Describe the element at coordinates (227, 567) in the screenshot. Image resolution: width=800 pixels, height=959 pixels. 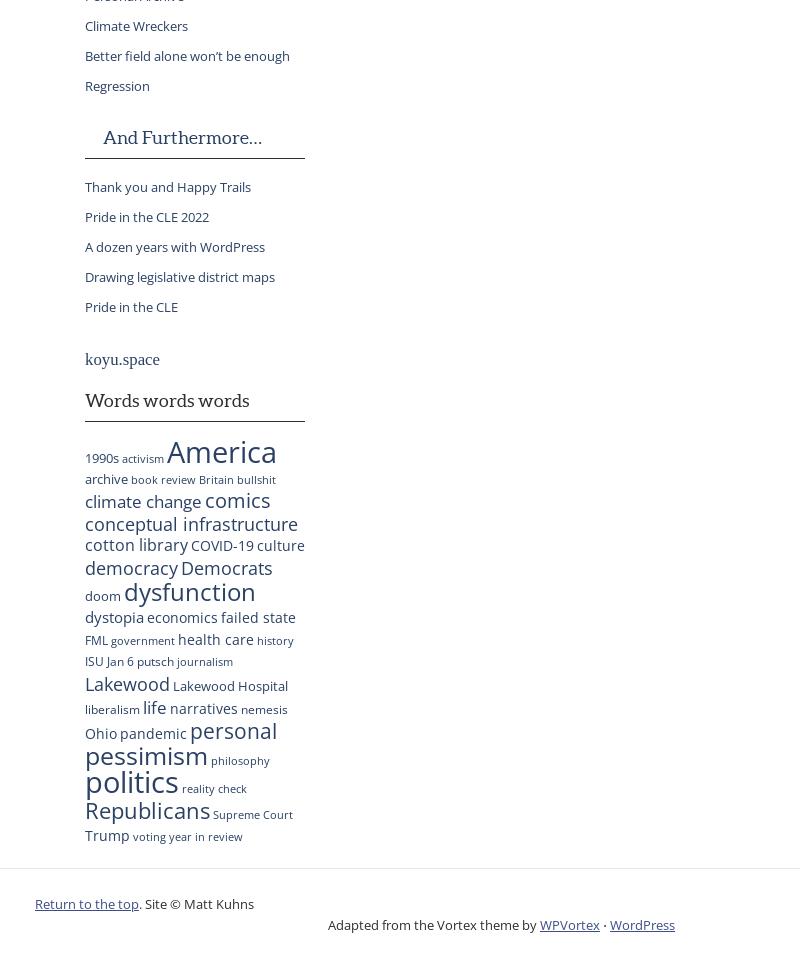
I see `'Democrats'` at that location.